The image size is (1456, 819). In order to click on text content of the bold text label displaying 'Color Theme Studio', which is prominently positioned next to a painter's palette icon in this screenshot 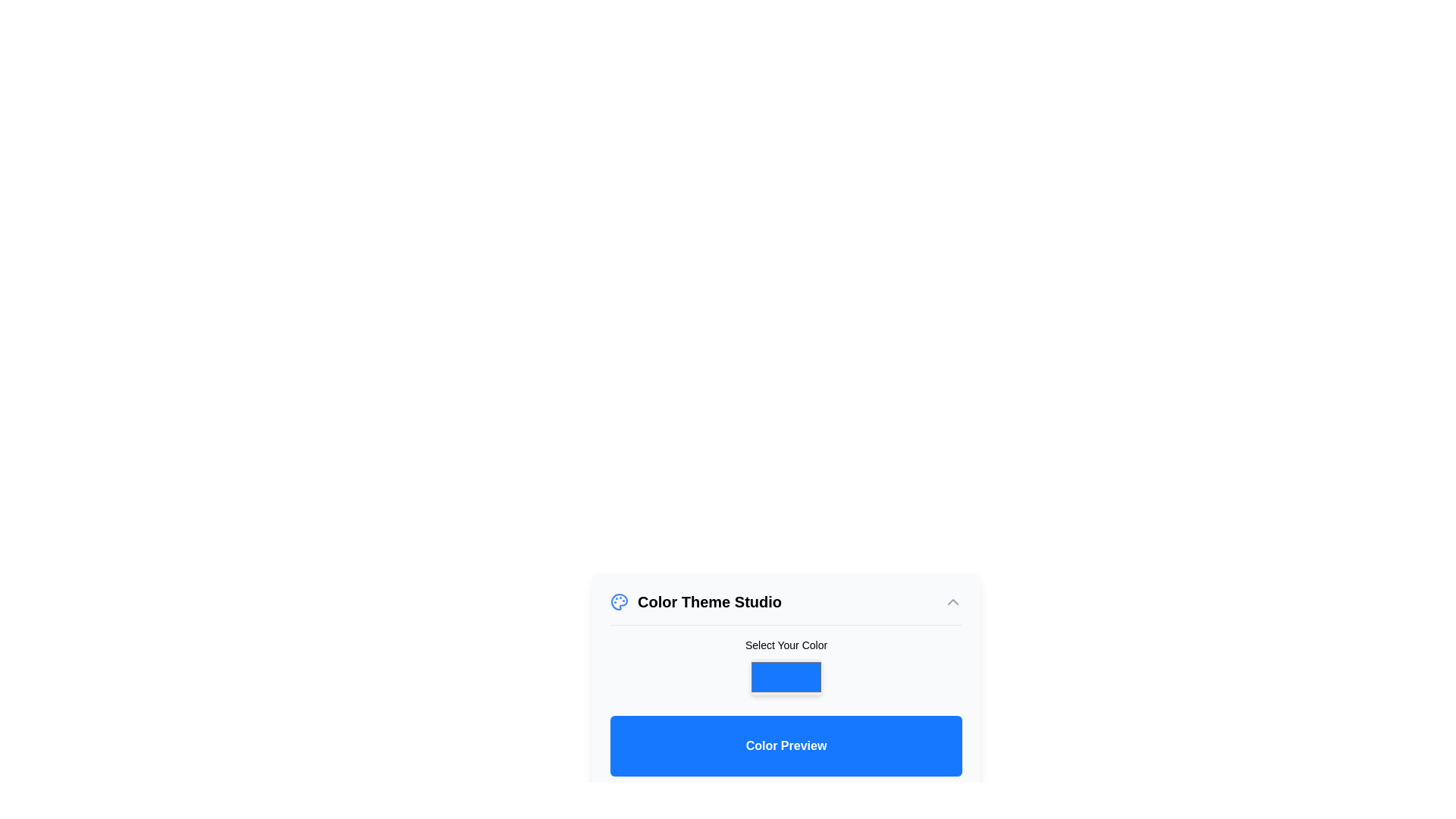, I will do `click(709, 601)`.